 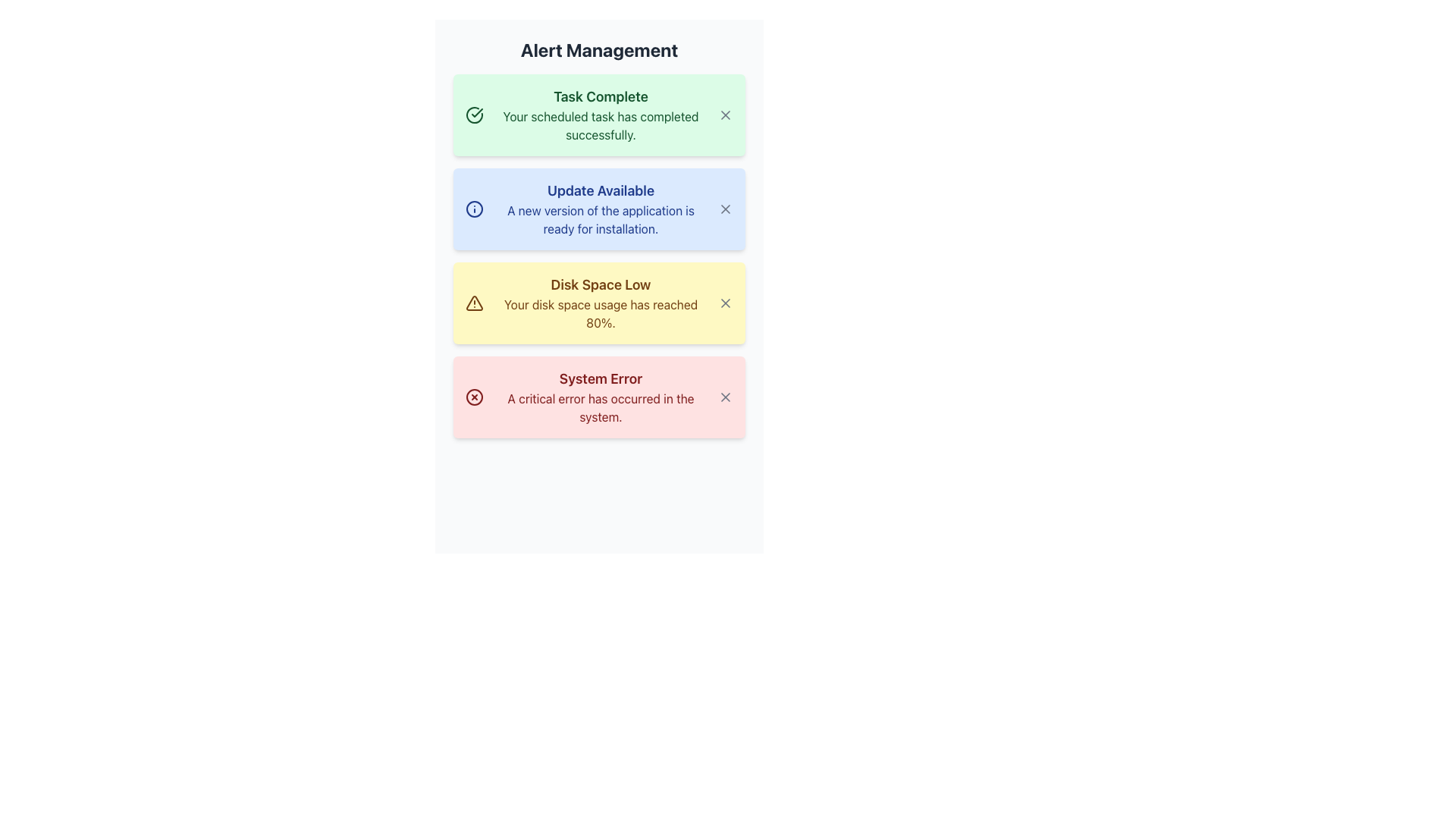 I want to click on the 'X' icon located at the top-right corner of the yellow alert box labeled 'Disk Space Low', so click(x=724, y=303).